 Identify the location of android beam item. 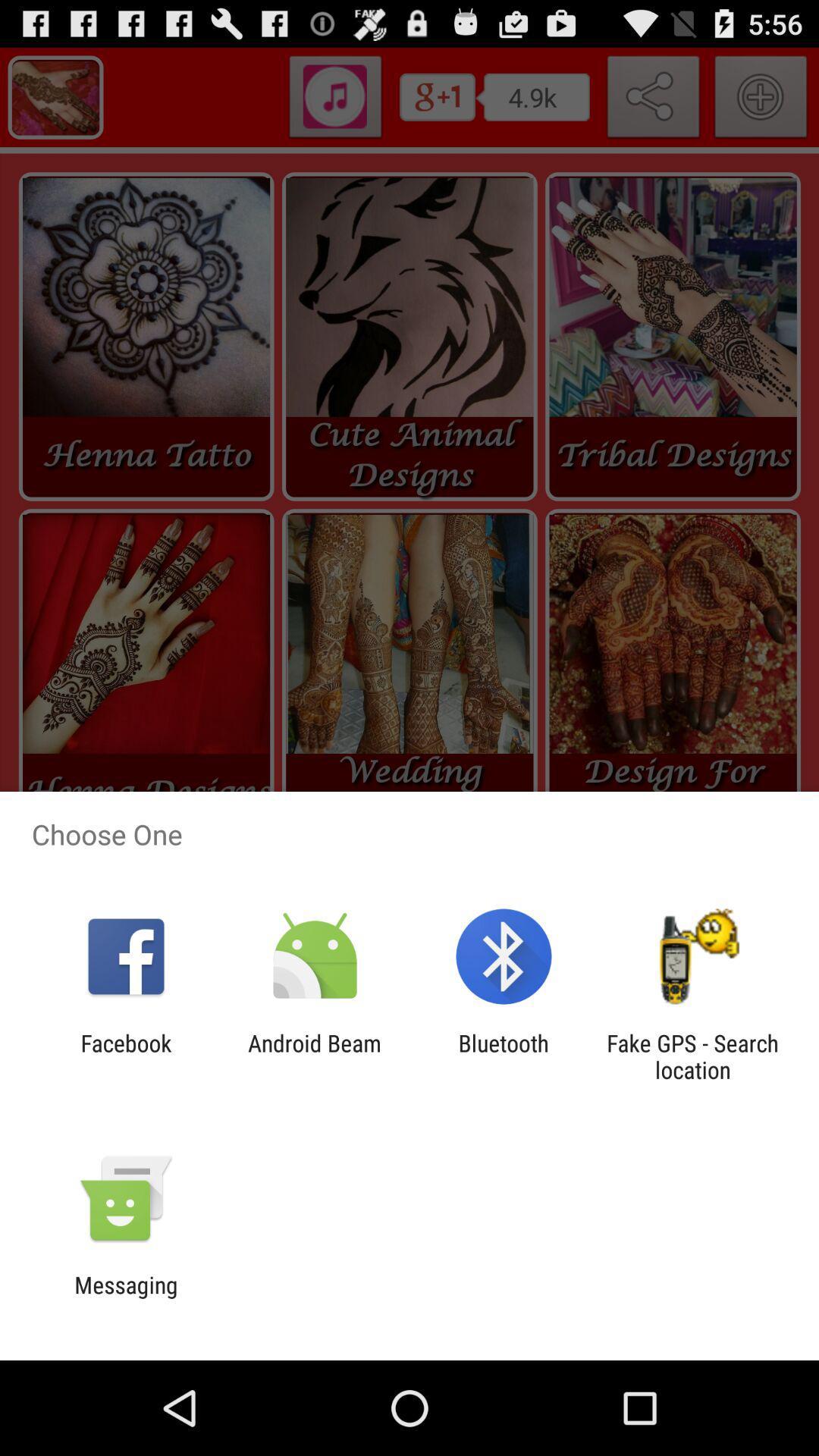
(314, 1056).